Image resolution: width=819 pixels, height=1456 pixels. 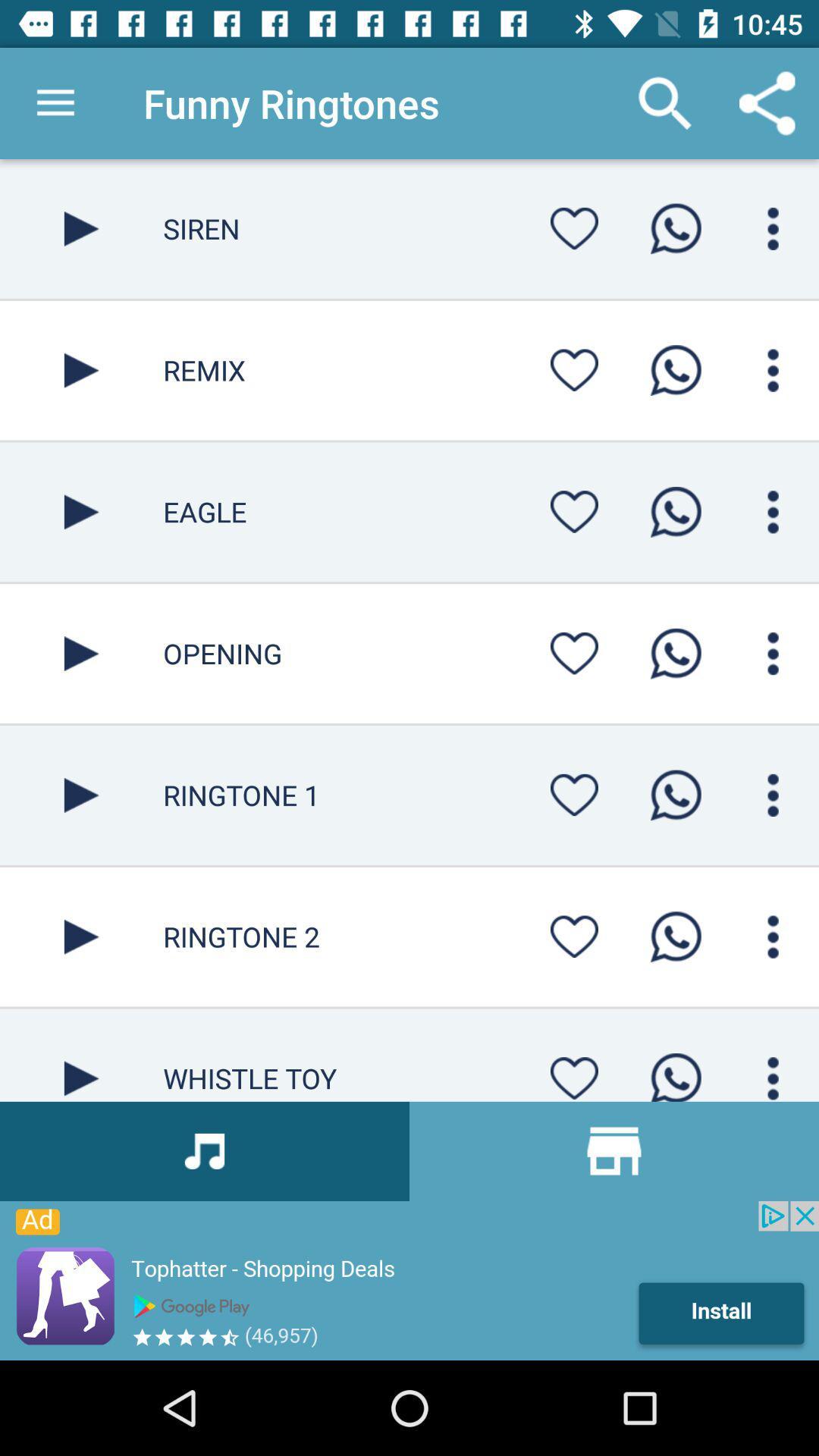 What do you see at coordinates (81, 1054) in the screenshot?
I see `stop button` at bounding box center [81, 1054].